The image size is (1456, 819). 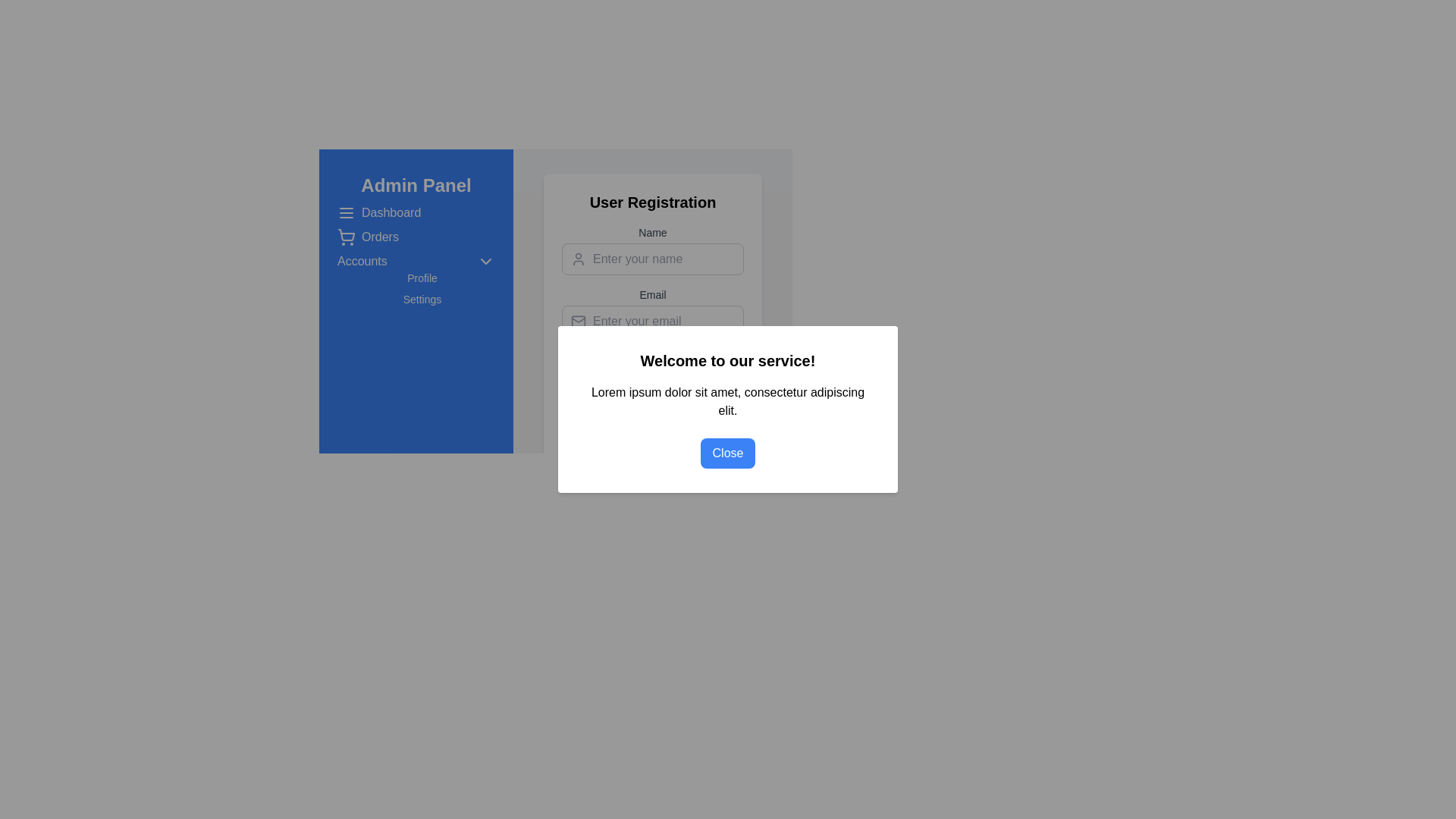 What do you see at coordinates (652, 259) in the screenshot?
I see `the text input field with placeholder text 'Enter your name' to focus on it` at bounding box center [652, 259].